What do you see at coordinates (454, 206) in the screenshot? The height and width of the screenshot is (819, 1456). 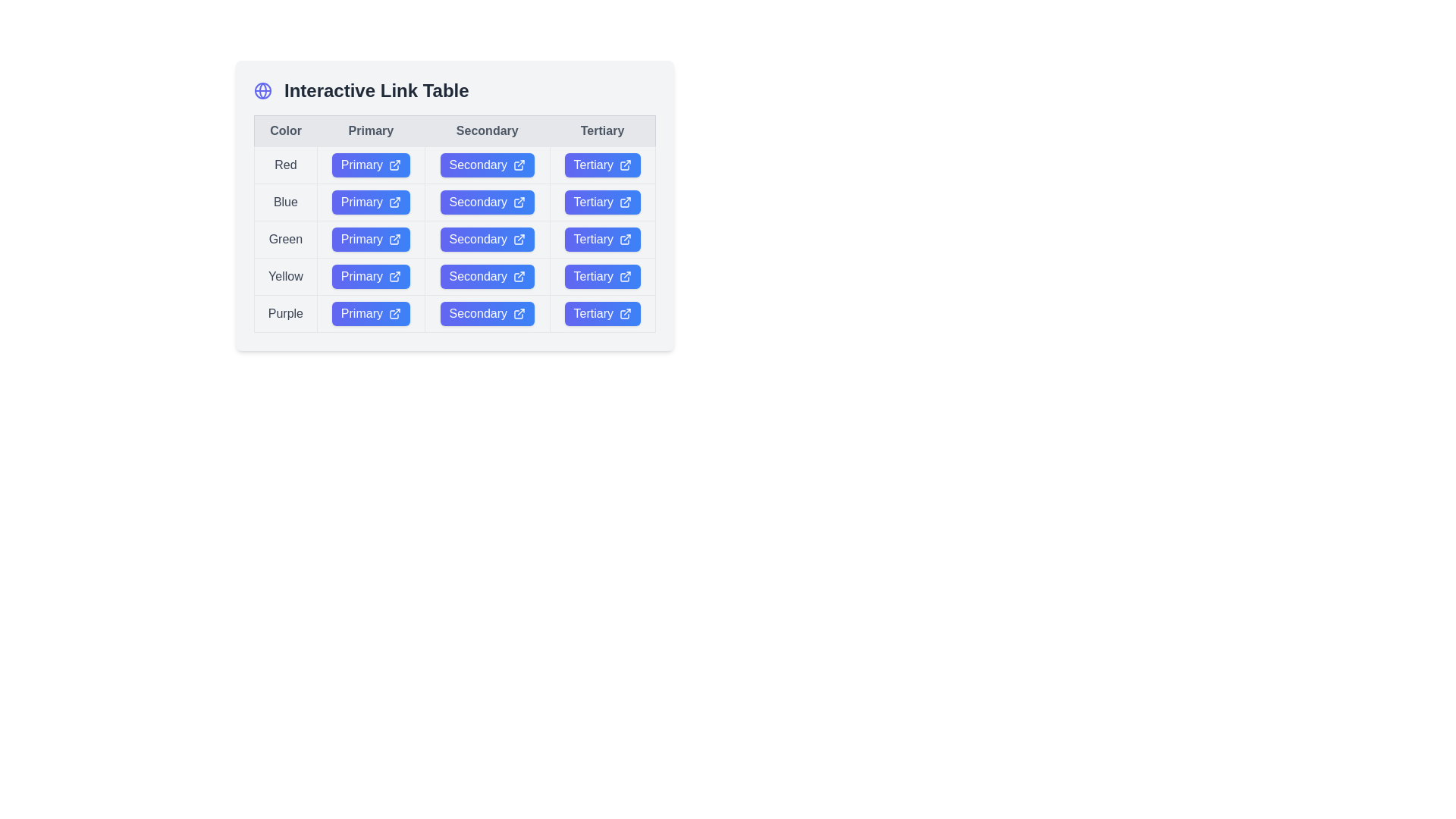 I see `the 'Secondary' button in the Blue row of the grid layout` at bounding box center [454, 206].